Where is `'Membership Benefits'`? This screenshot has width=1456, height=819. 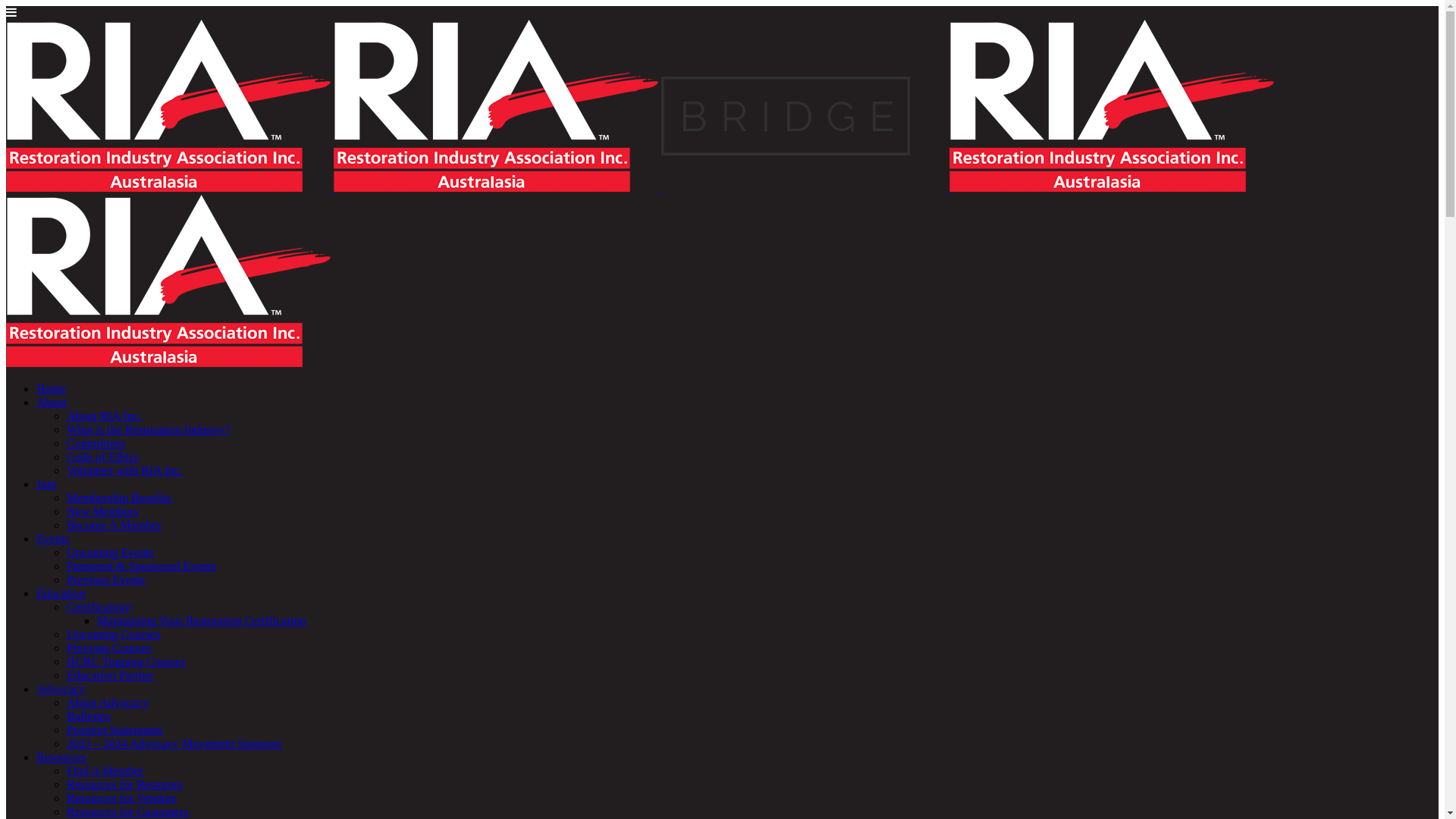
'Membership Benefits' is located at coordinates (118, 497).